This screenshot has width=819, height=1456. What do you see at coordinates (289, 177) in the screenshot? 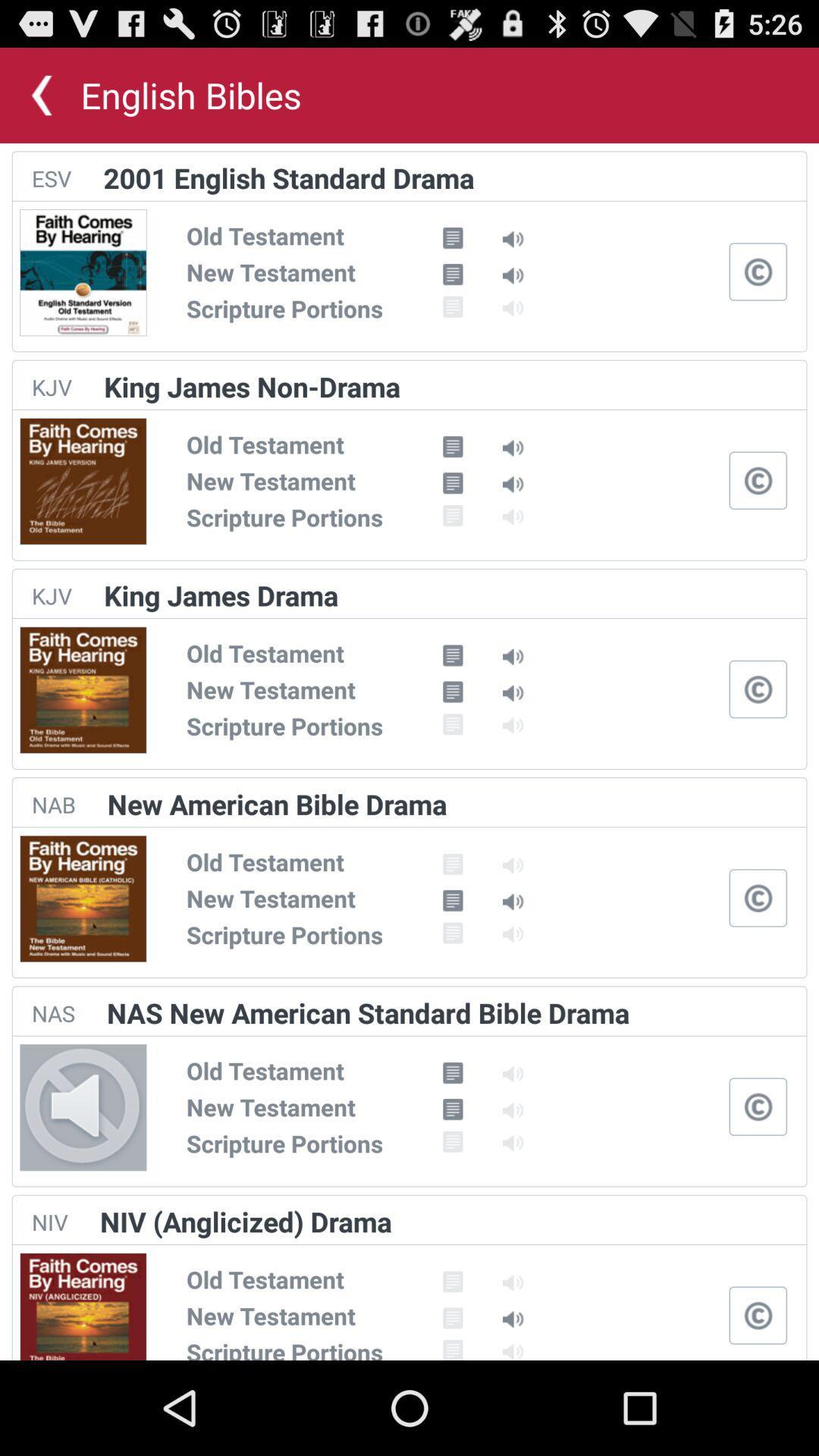
I see `icon to the right of the esv` at bounding box center [289, 177].